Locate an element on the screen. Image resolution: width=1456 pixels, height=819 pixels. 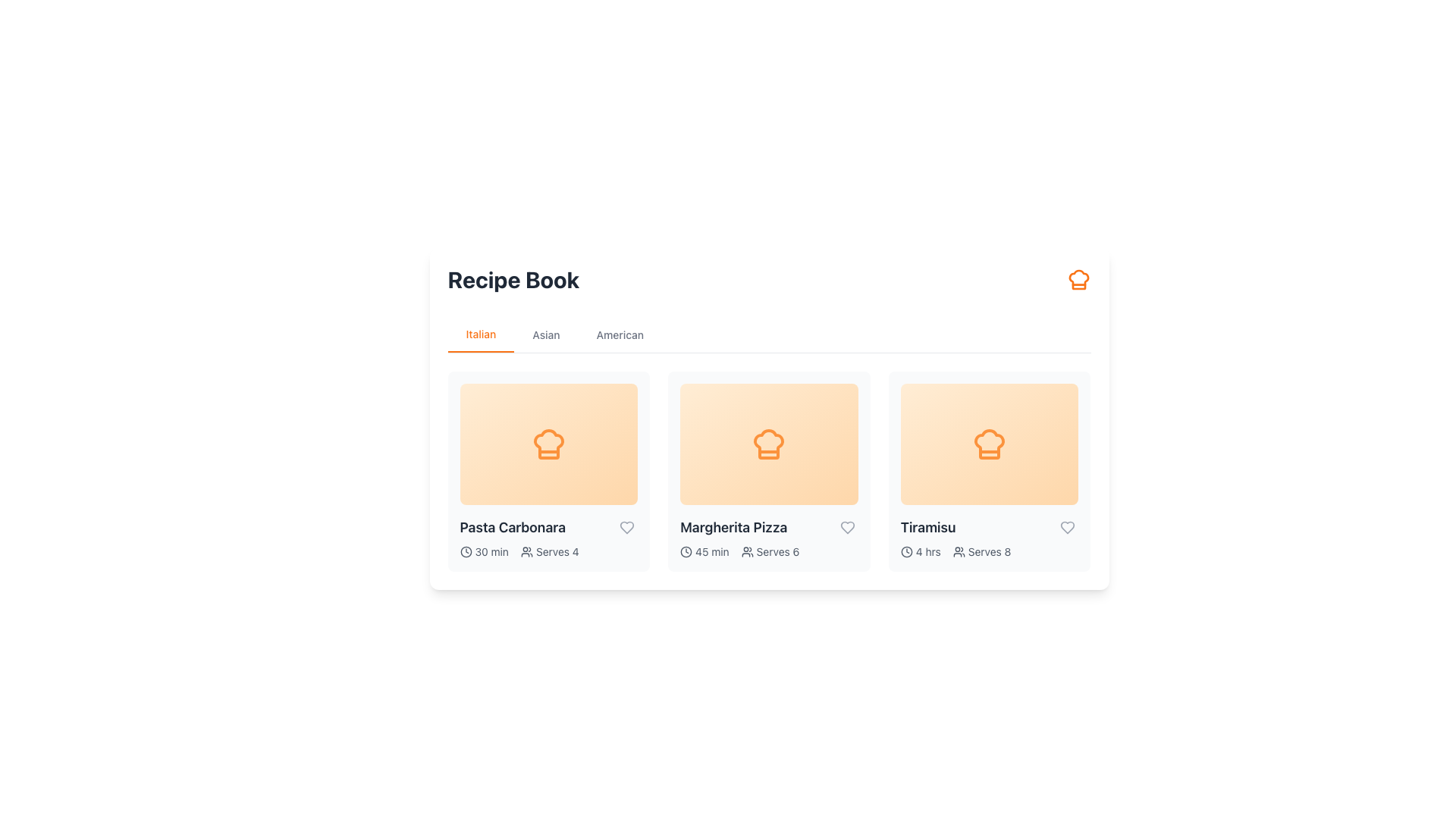
the Decorative card with a chef hat icon, located in the top left card of the Recipe Book section under the Italian category is located at coordinates (548, 444).